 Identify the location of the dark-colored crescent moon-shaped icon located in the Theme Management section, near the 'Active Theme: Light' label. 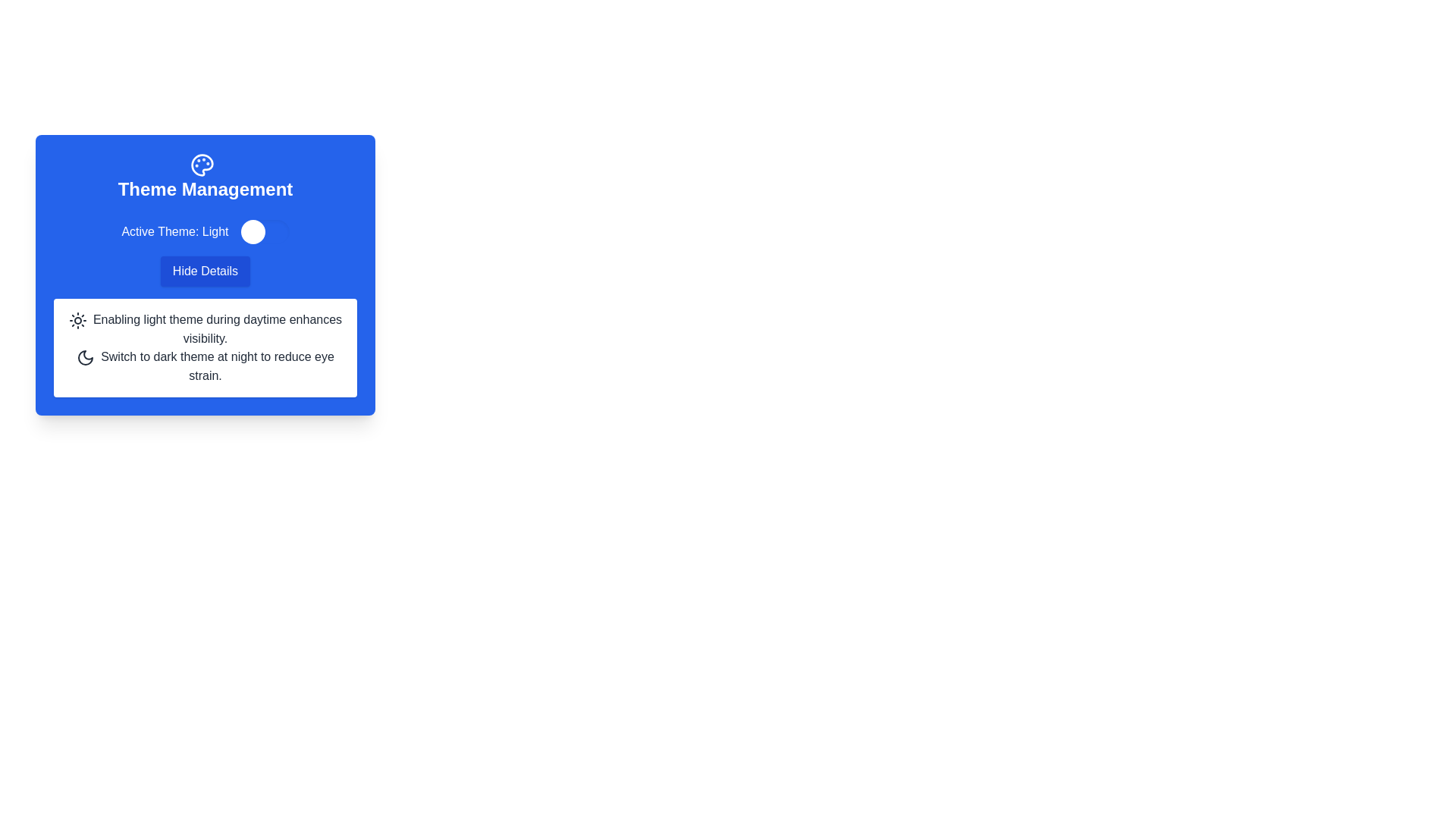
(85, 357).